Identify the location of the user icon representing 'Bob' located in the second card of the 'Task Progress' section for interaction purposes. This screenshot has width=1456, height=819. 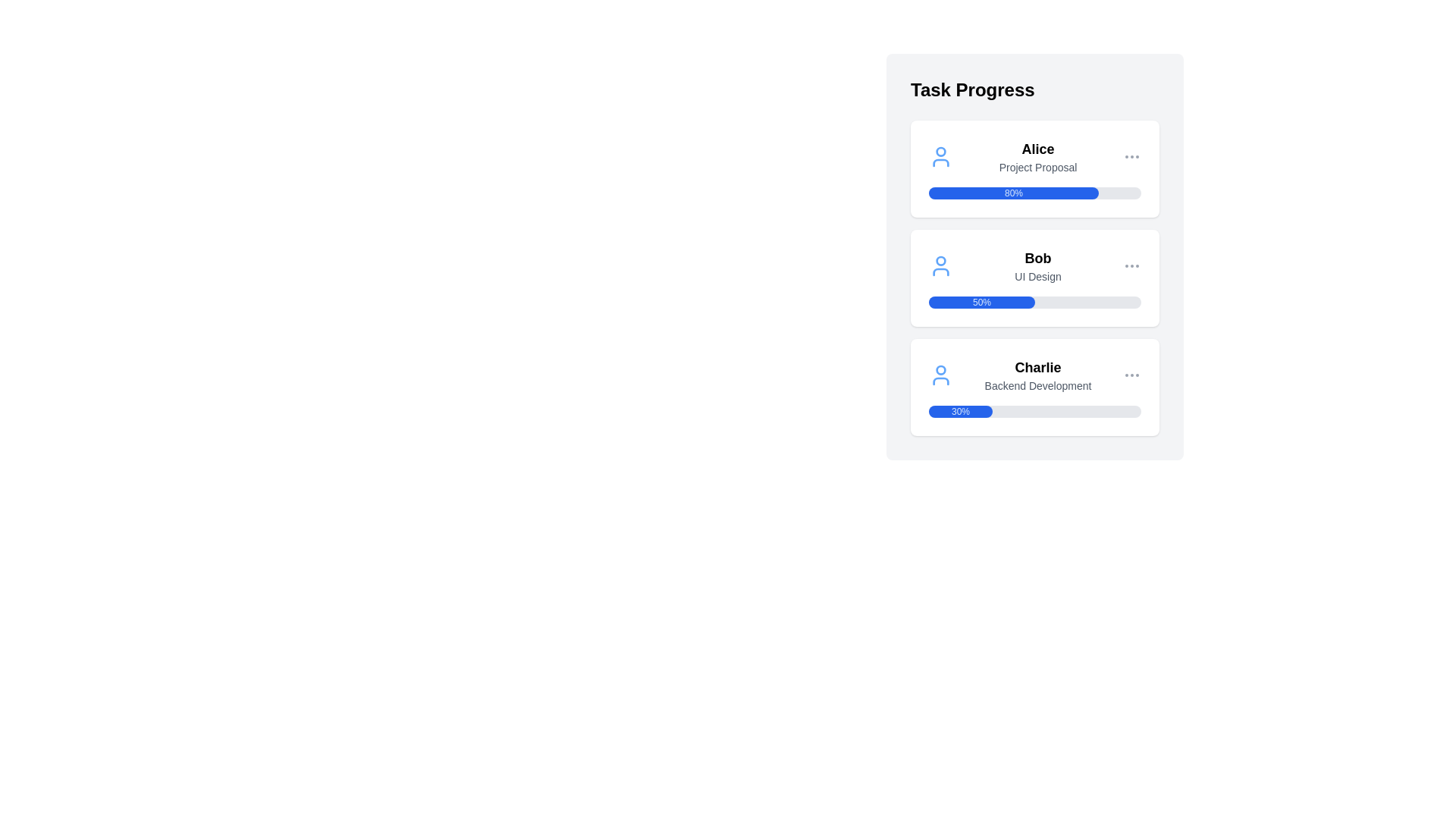
(940, 265).